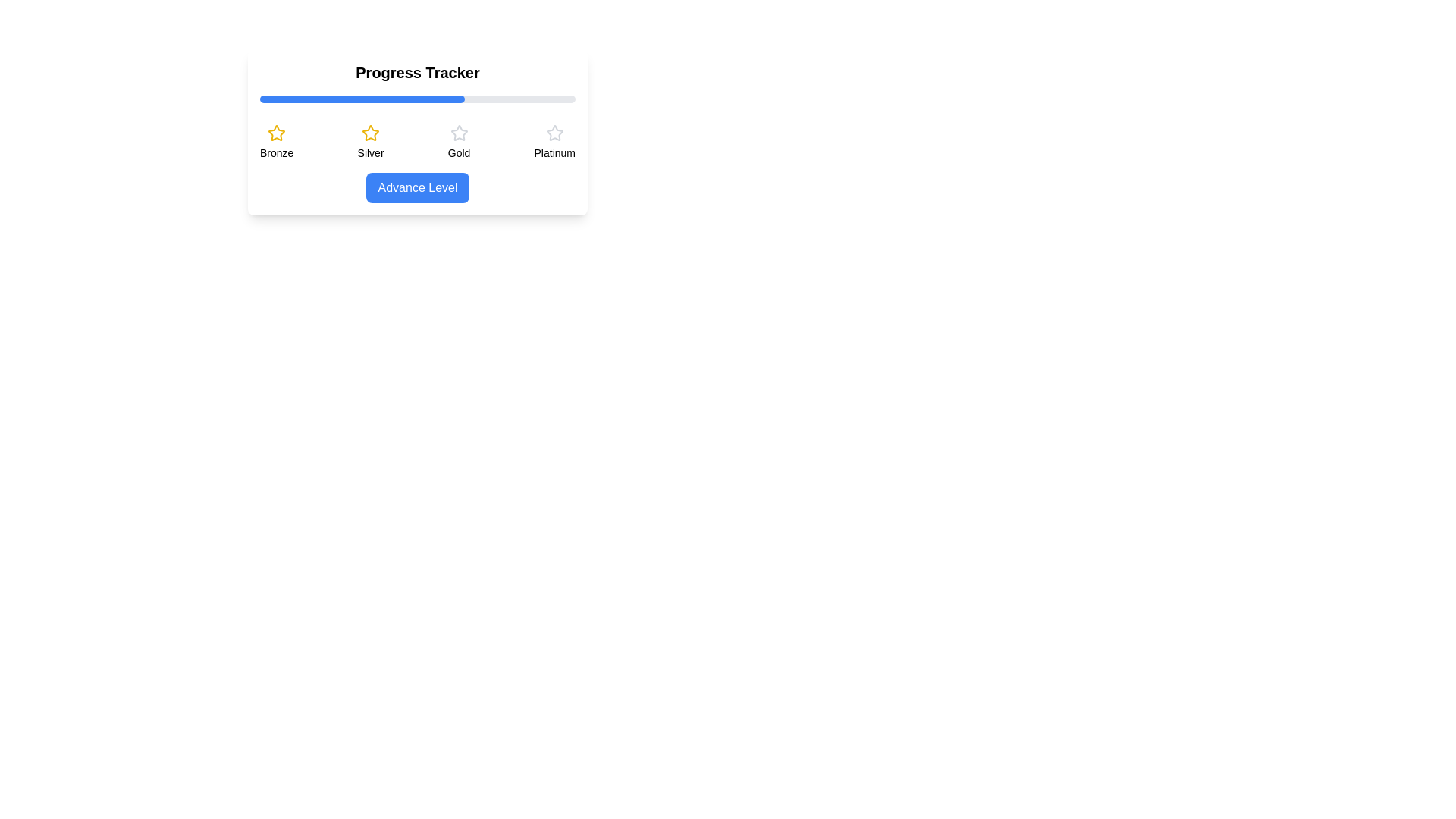 The image size is (1456, 819). What do you see at coordinates (458, 132) in the screenshot?
I see `the 'Gold' progress level icon, which is the third star icon in a horizontal row located under the progress bar` at bounding box center [458, 132].